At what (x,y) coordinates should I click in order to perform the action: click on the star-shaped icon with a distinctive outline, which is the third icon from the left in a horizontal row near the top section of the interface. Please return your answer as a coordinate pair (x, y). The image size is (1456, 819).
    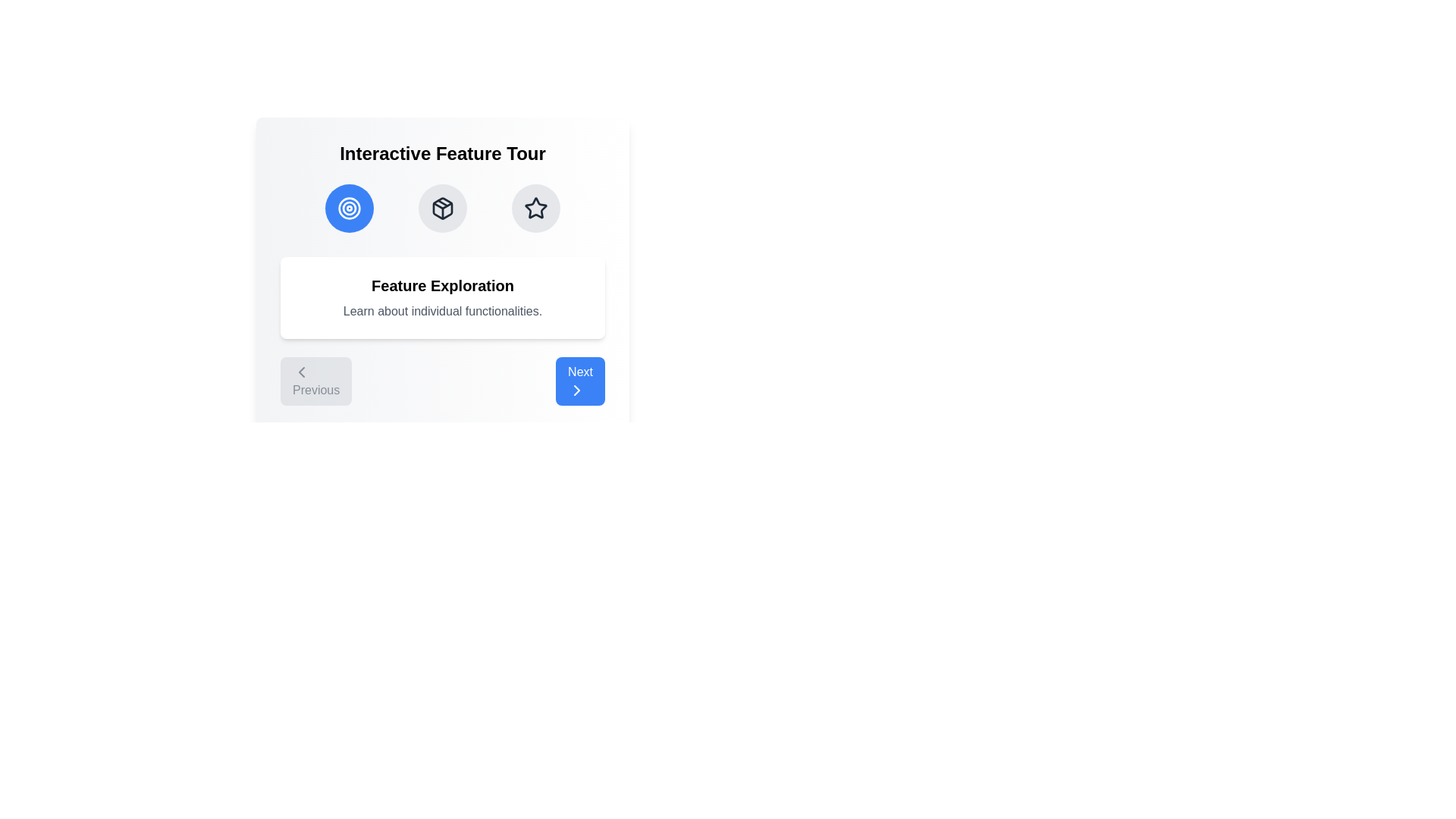
    Looking at the image, I should click on (535, 208).